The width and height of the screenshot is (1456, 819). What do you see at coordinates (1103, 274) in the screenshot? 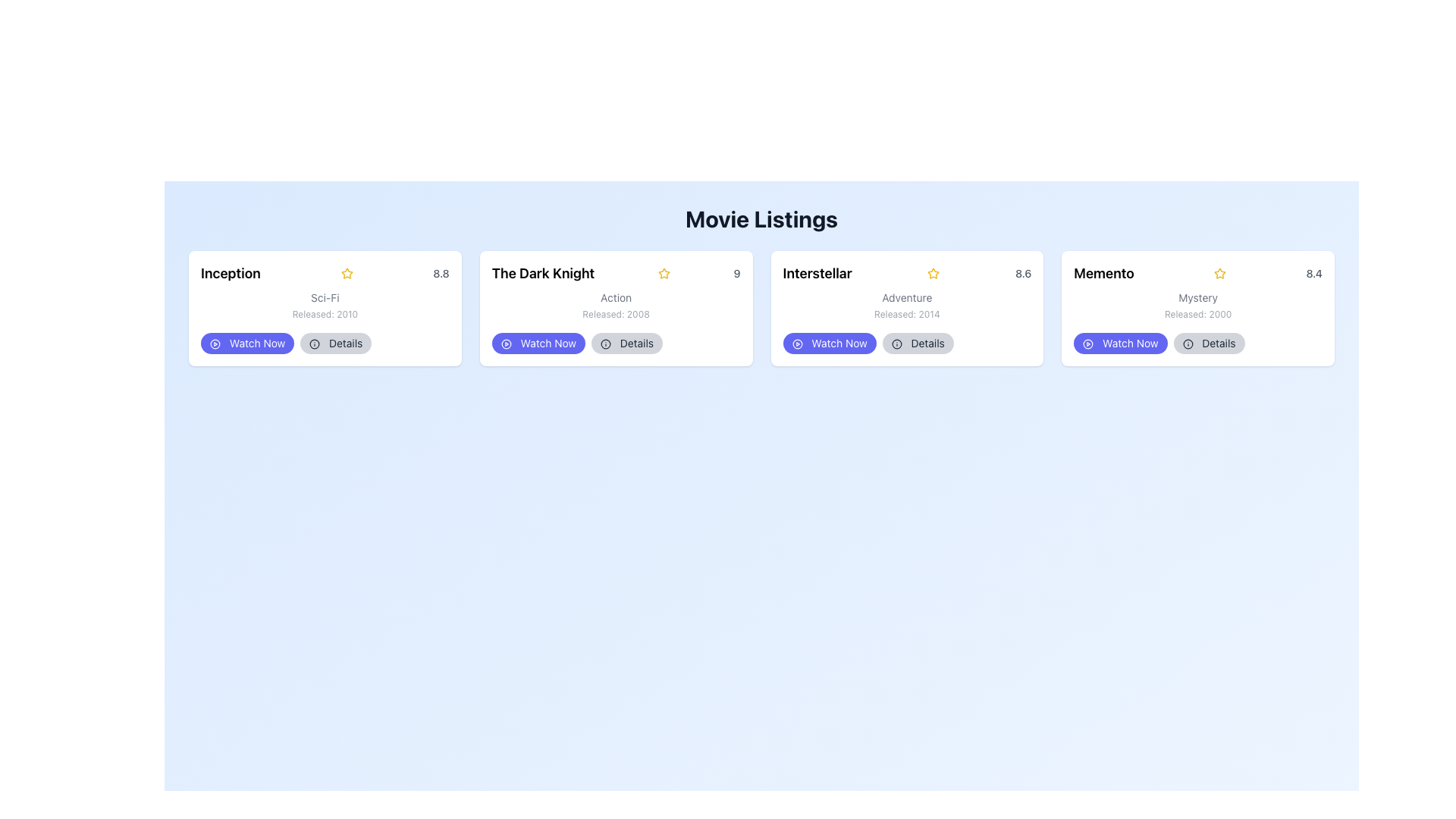
I see `the bold text label displaying 'Memento' at the top of the movie card to use it as a reference for identifying related information` at bounding box center [1103, 274].